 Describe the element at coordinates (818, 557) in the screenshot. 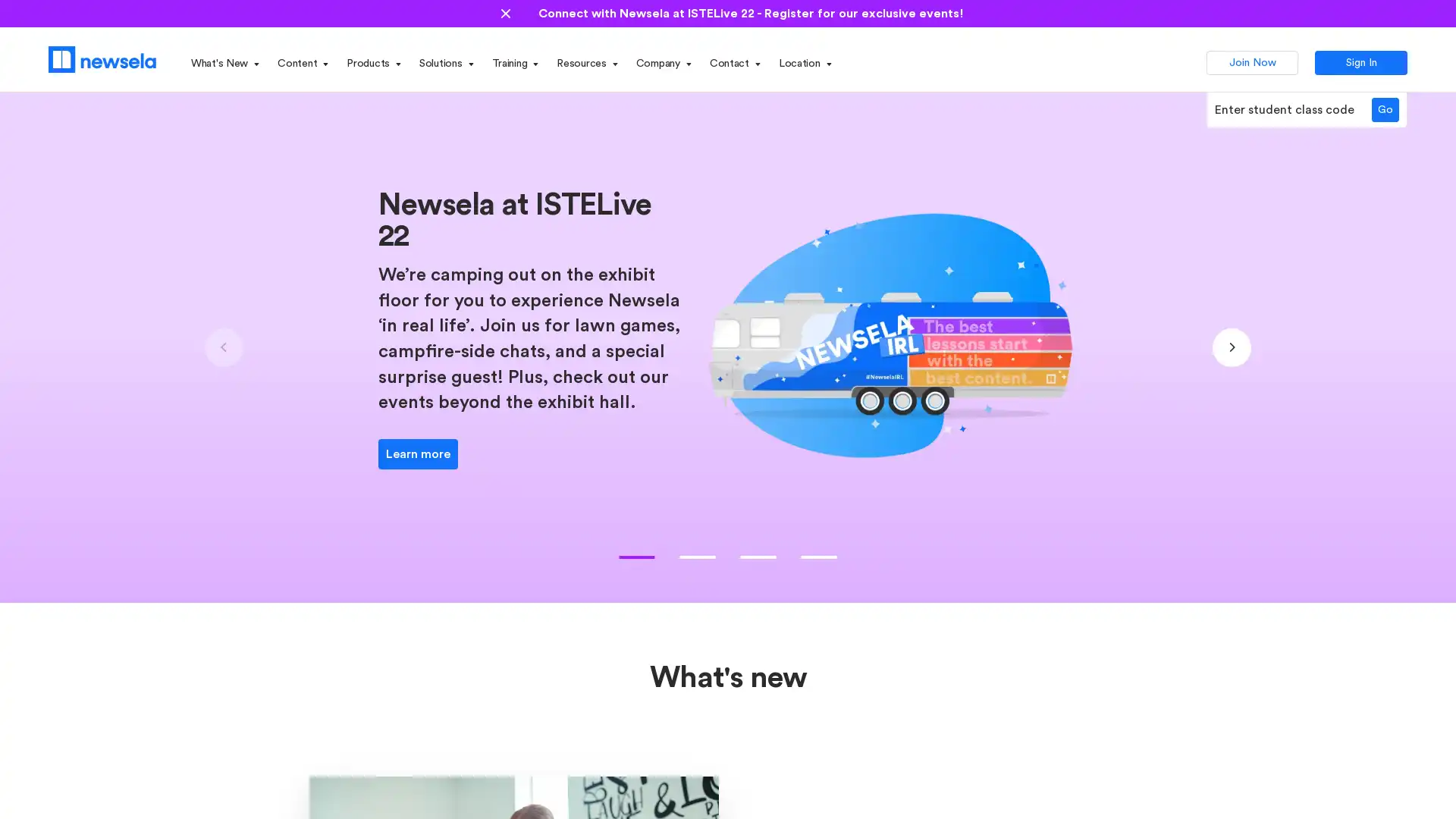

I see `Go to slide 3` at that location.